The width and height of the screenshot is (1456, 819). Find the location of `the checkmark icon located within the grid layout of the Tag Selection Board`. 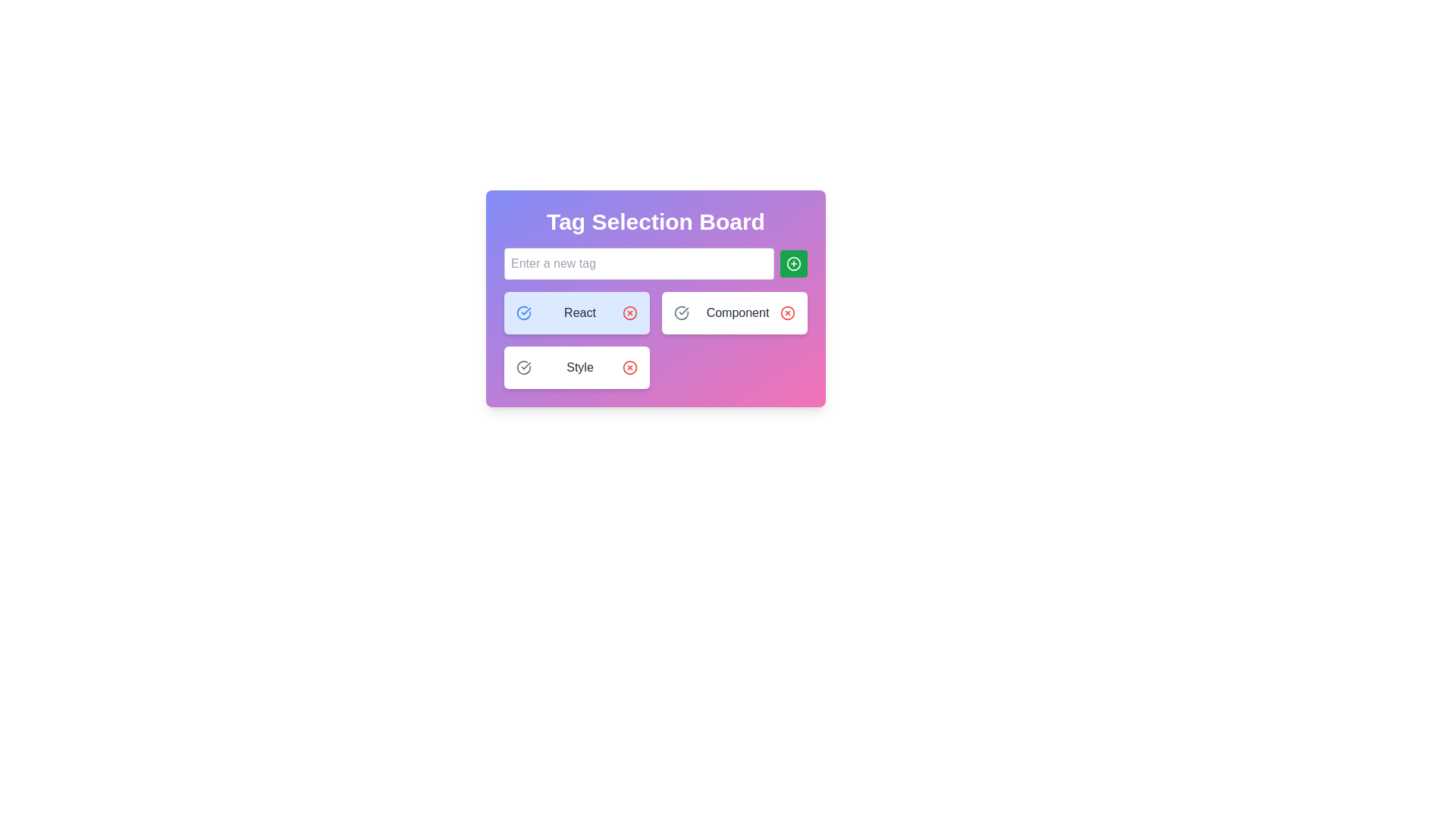

the checkmark icon located within the grid layout of the Tag Selection Board is located at coordinates (655, 339).